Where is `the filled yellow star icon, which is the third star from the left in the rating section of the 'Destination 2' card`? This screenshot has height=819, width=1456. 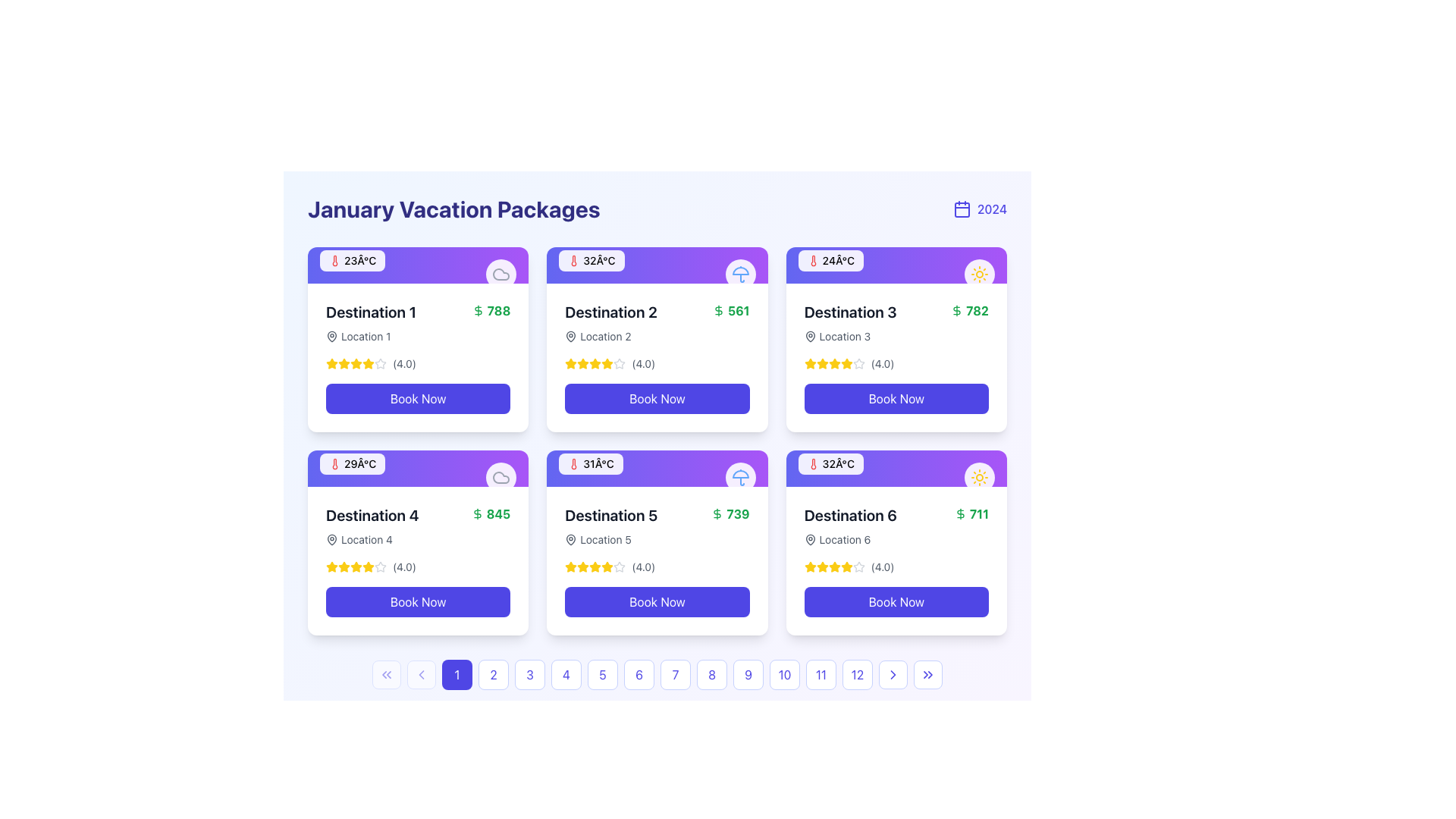
the filled yellow star icon, which is the third star from the left in the rating section of the 'Destination 2' card is located at coordinates (595, 363).